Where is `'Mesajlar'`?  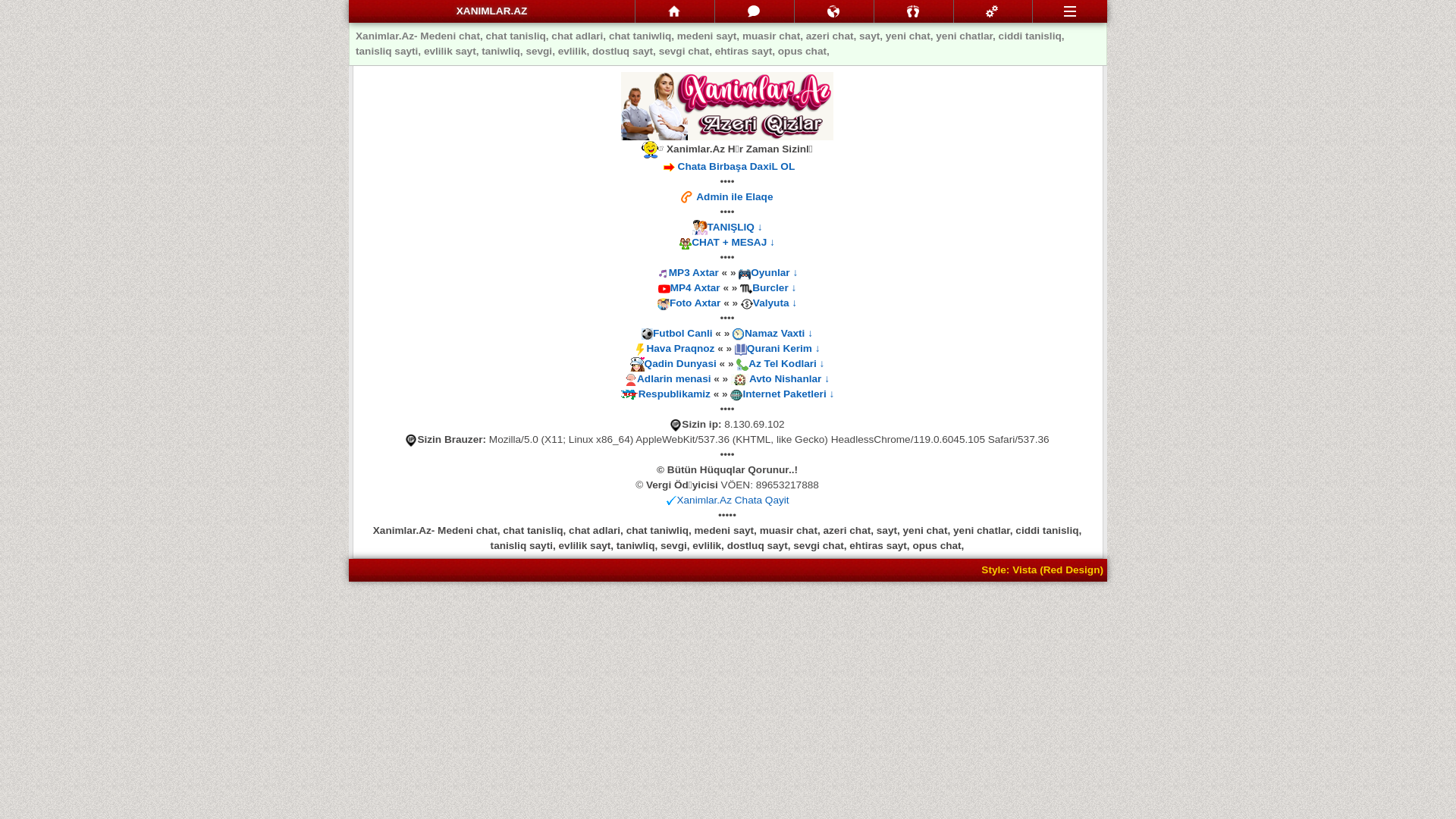
'Mesajlar' is located at coordinates (714, 11).